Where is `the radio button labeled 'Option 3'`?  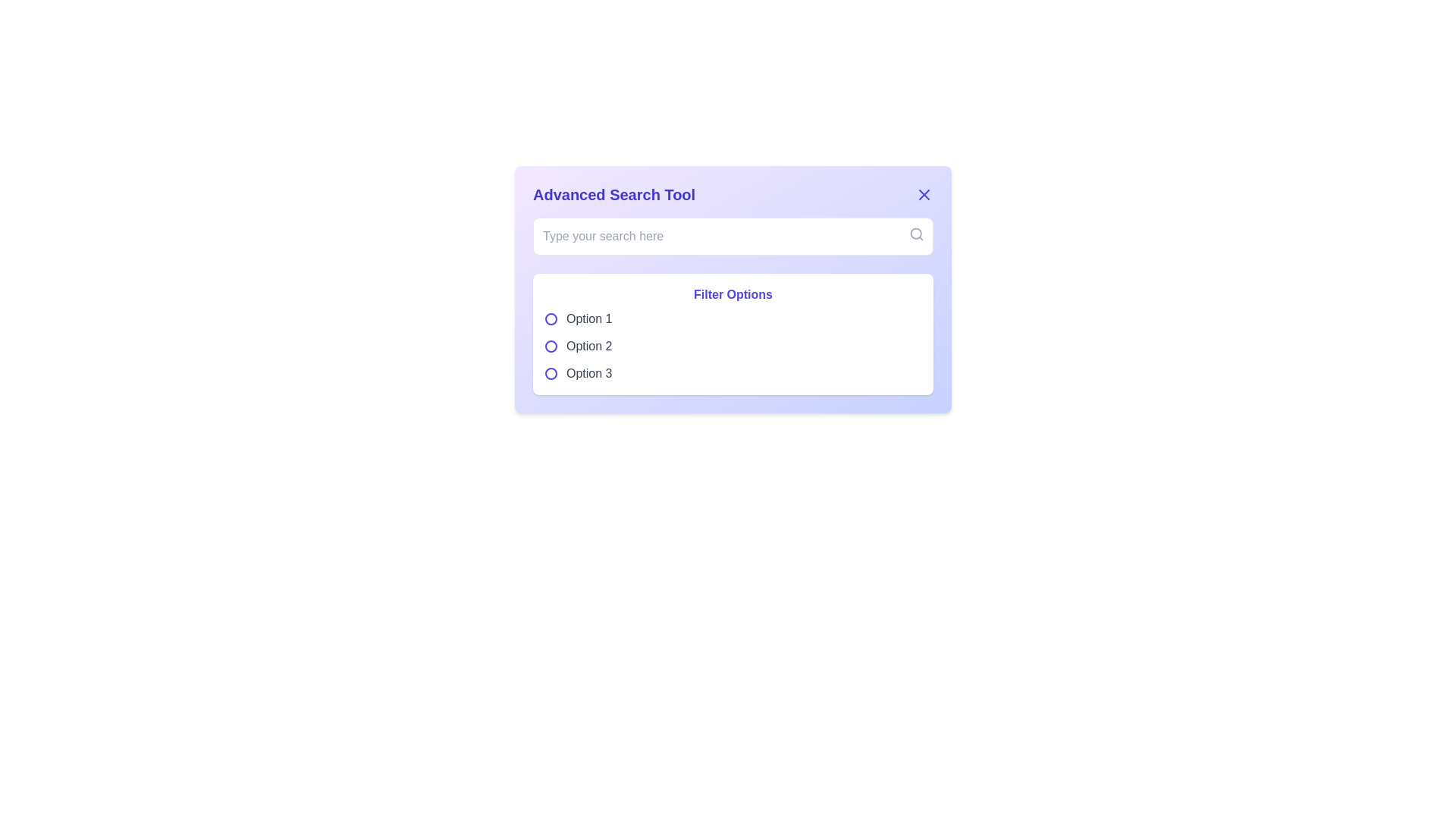
the radio button labeled 'Option 3' is located at coordinates (550, 374).